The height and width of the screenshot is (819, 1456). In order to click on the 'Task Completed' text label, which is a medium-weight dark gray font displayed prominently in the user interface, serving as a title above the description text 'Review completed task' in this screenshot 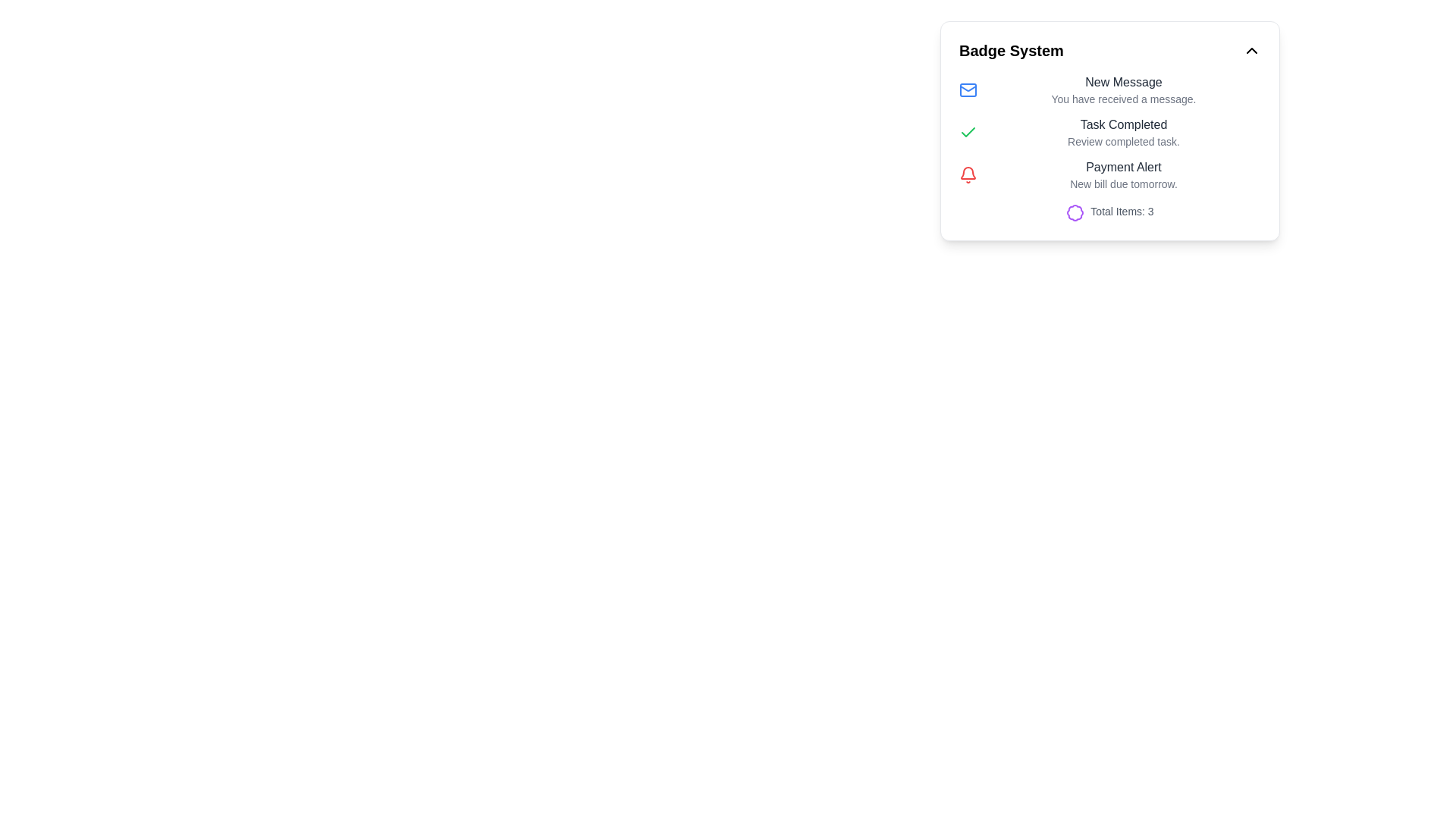, I will do `click(1124, 124)`.